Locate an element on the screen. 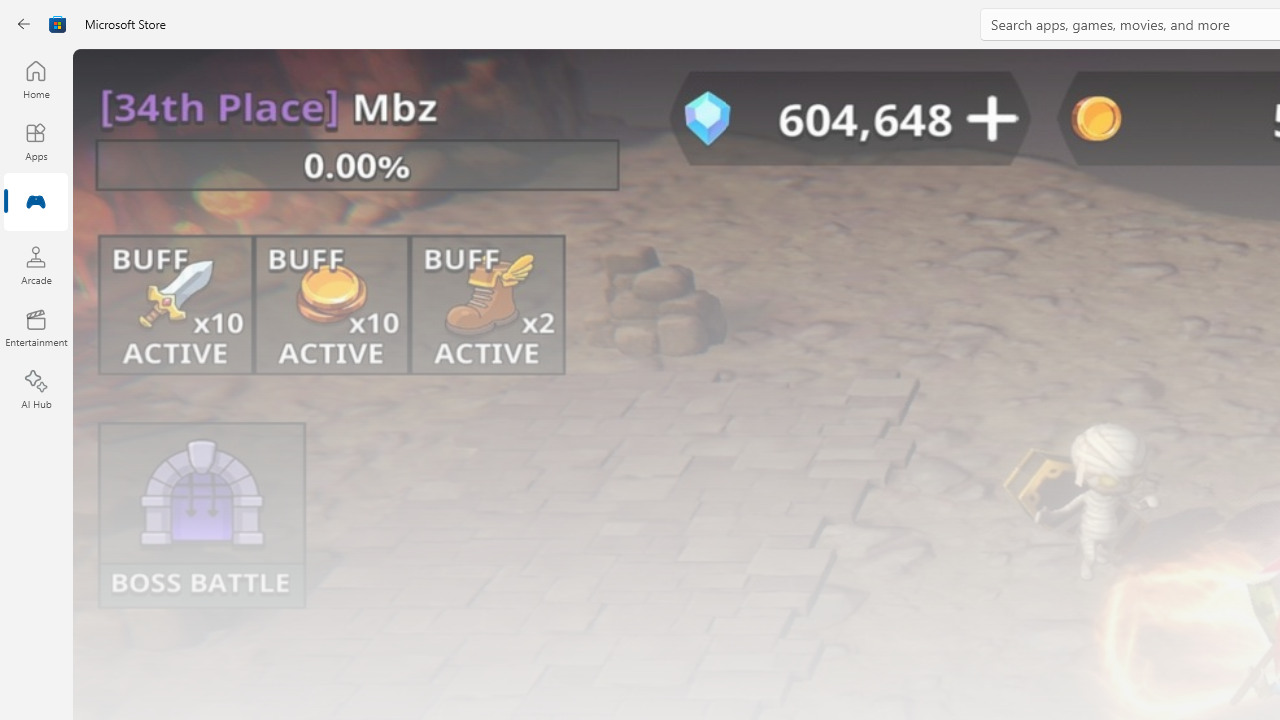  'Back' is located at coordinates (24, 24).